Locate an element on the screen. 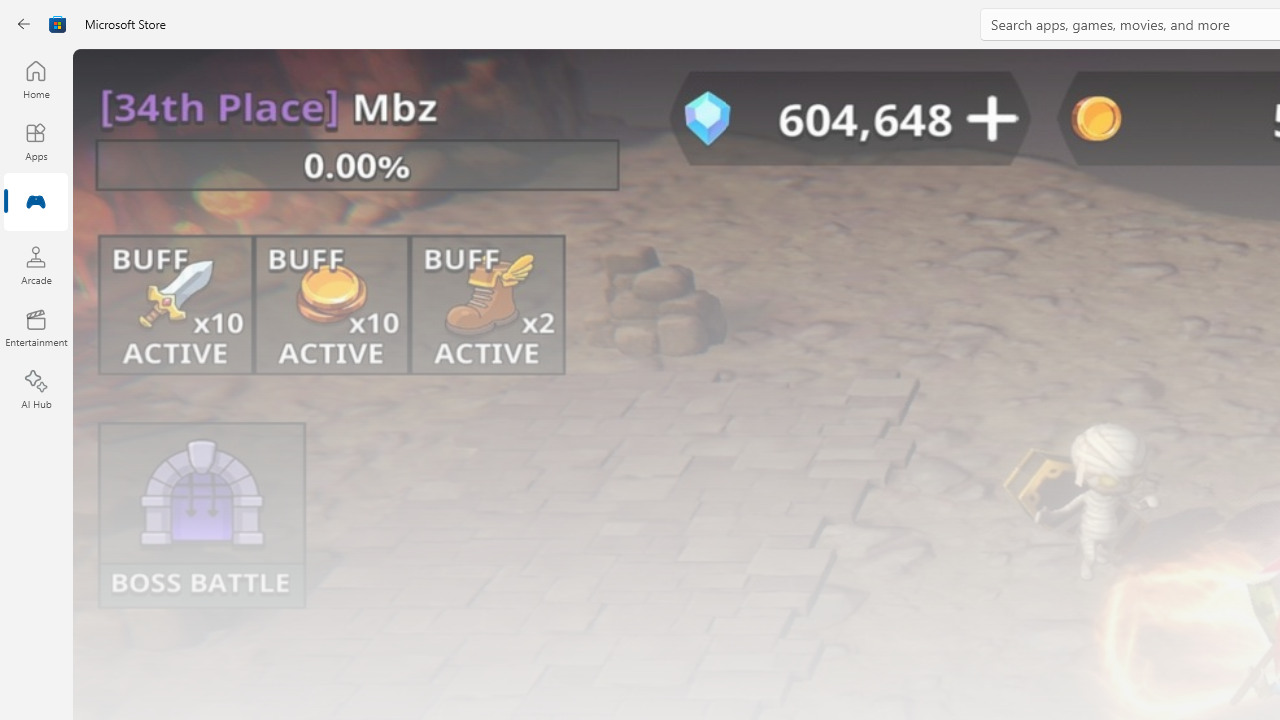  'Back' is located at coordinates (24, 24).